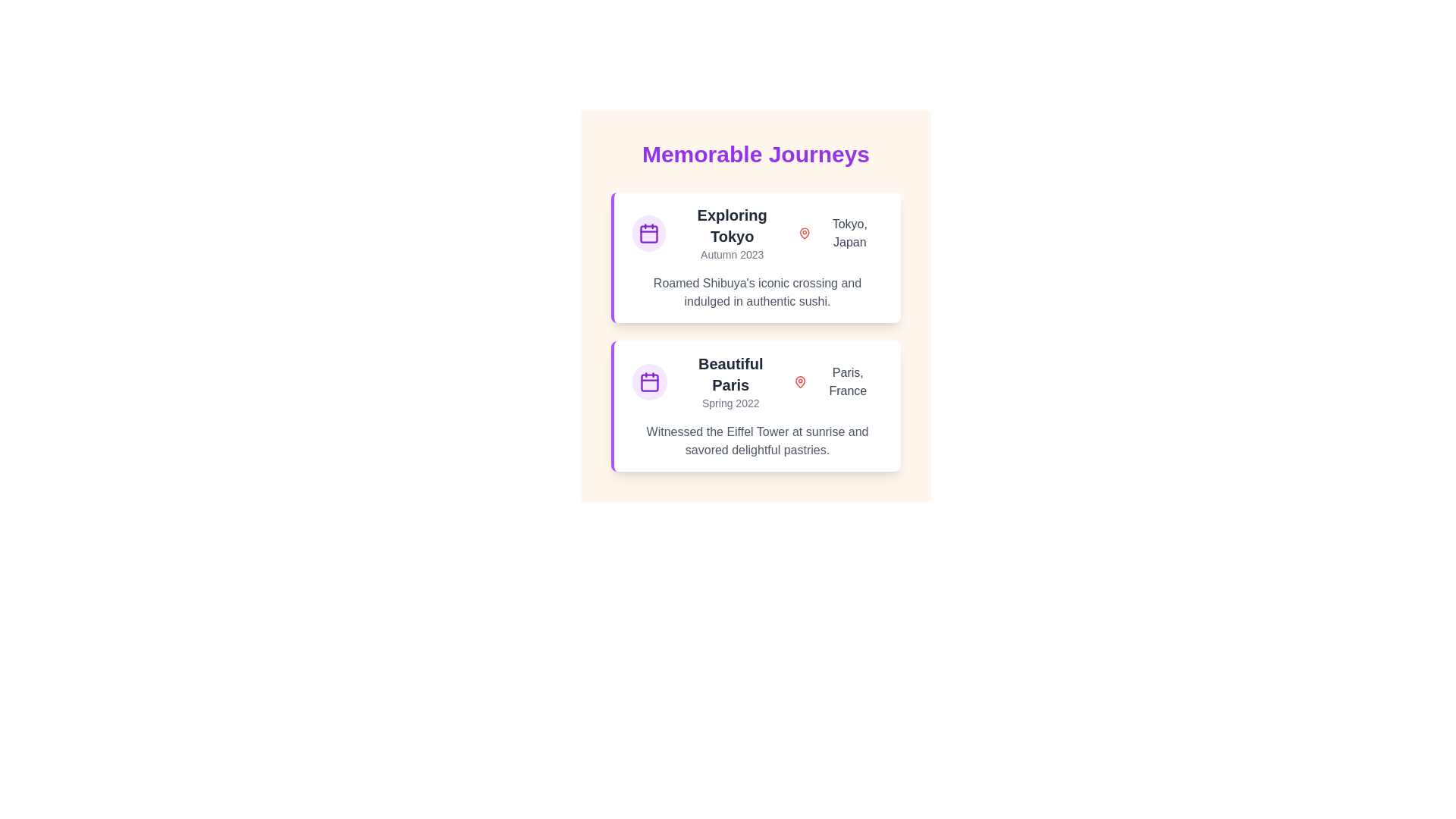 This screenshot has width=1456, height=819. I want to click on the text label displaying 'Exploring Tokyo', styled in bold and large dark gray font, located near the top center of a rectangular card, so click(732, 225).